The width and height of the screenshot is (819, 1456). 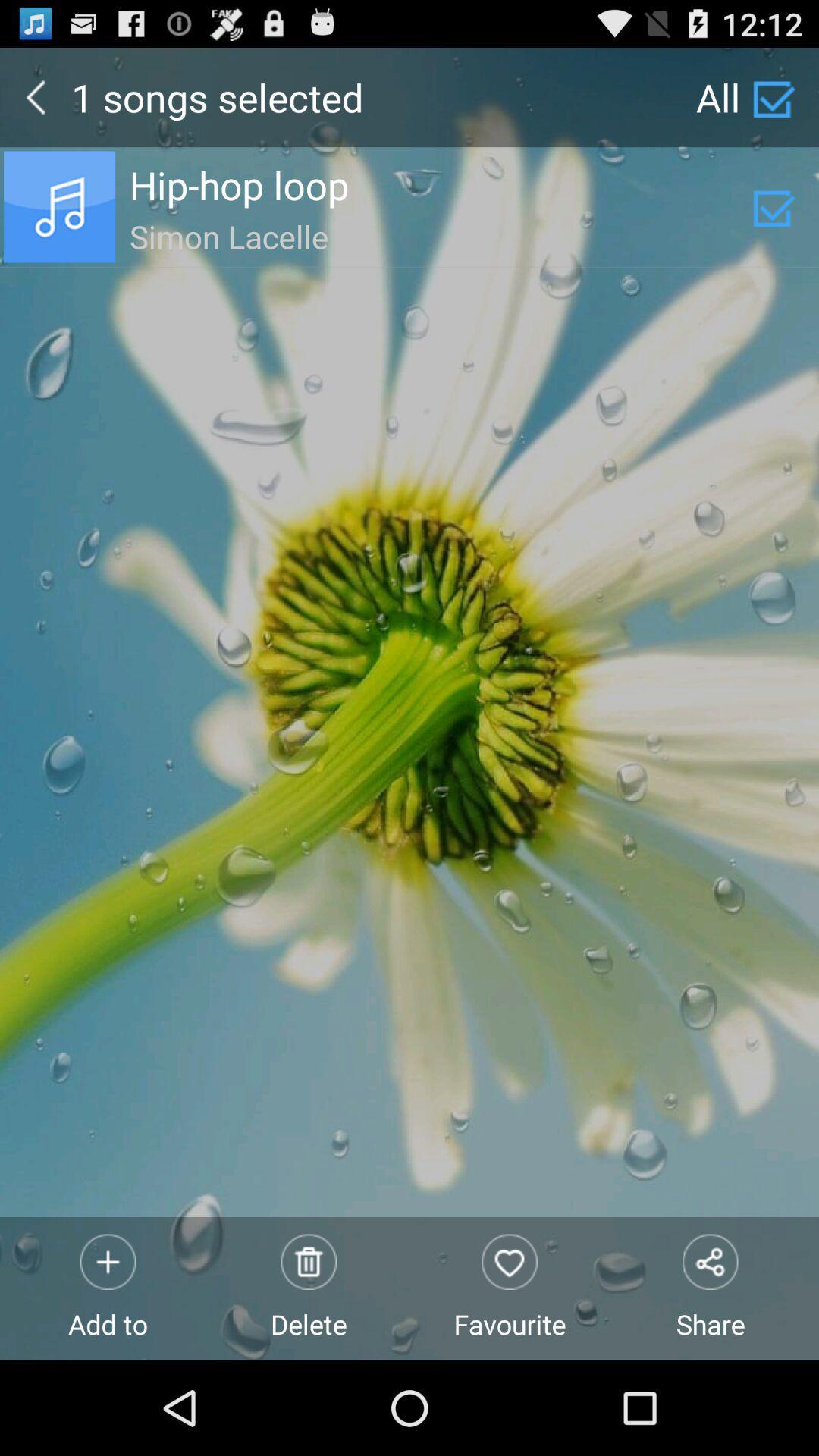 What do you see at coordinates (510, 1288) in the screenshot?
I see `item to the right of the delete item` at bounding box center [510, 1288].